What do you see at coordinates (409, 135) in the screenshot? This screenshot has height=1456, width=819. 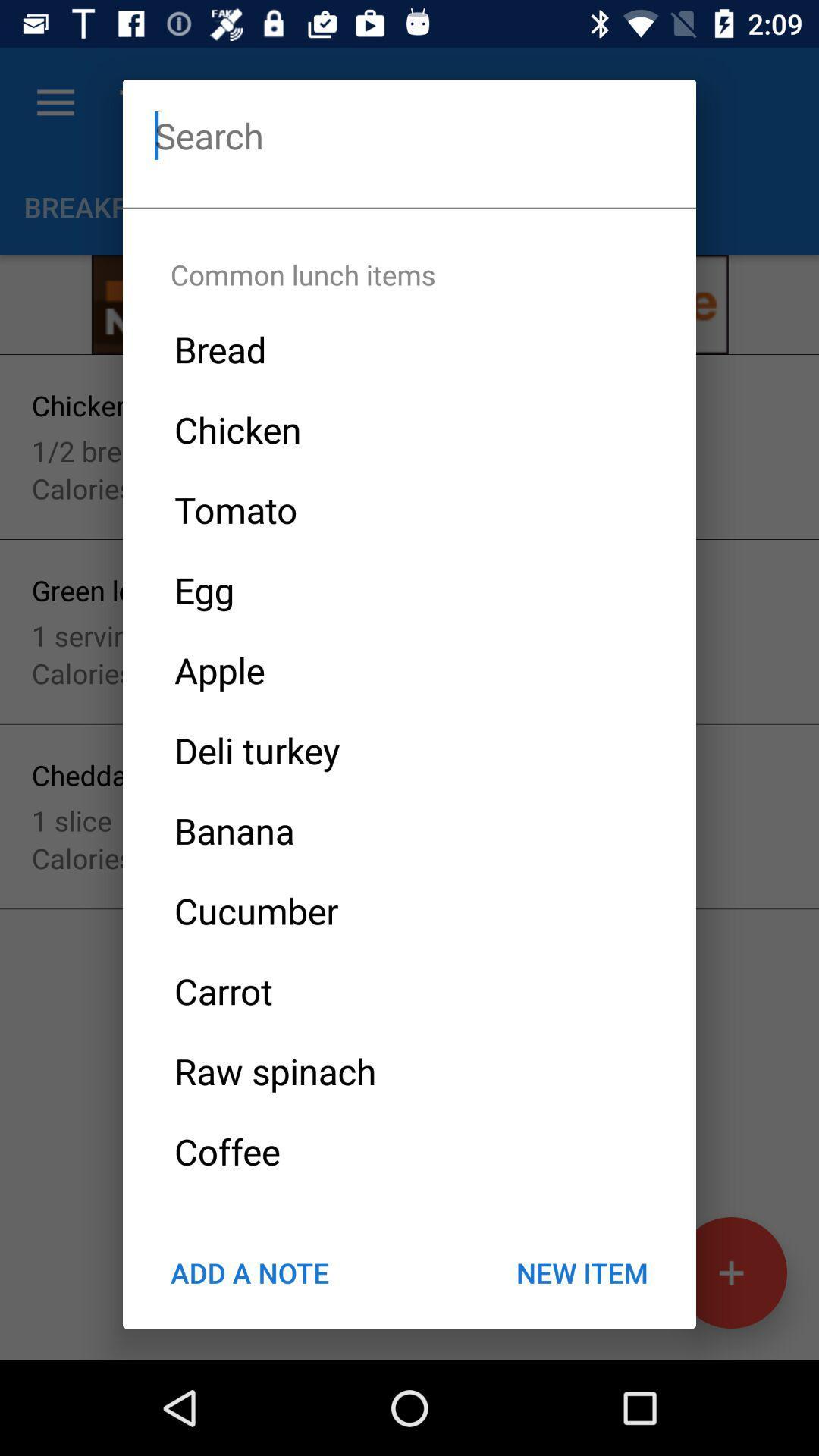 I see `search` at bounding box center [409, 135].